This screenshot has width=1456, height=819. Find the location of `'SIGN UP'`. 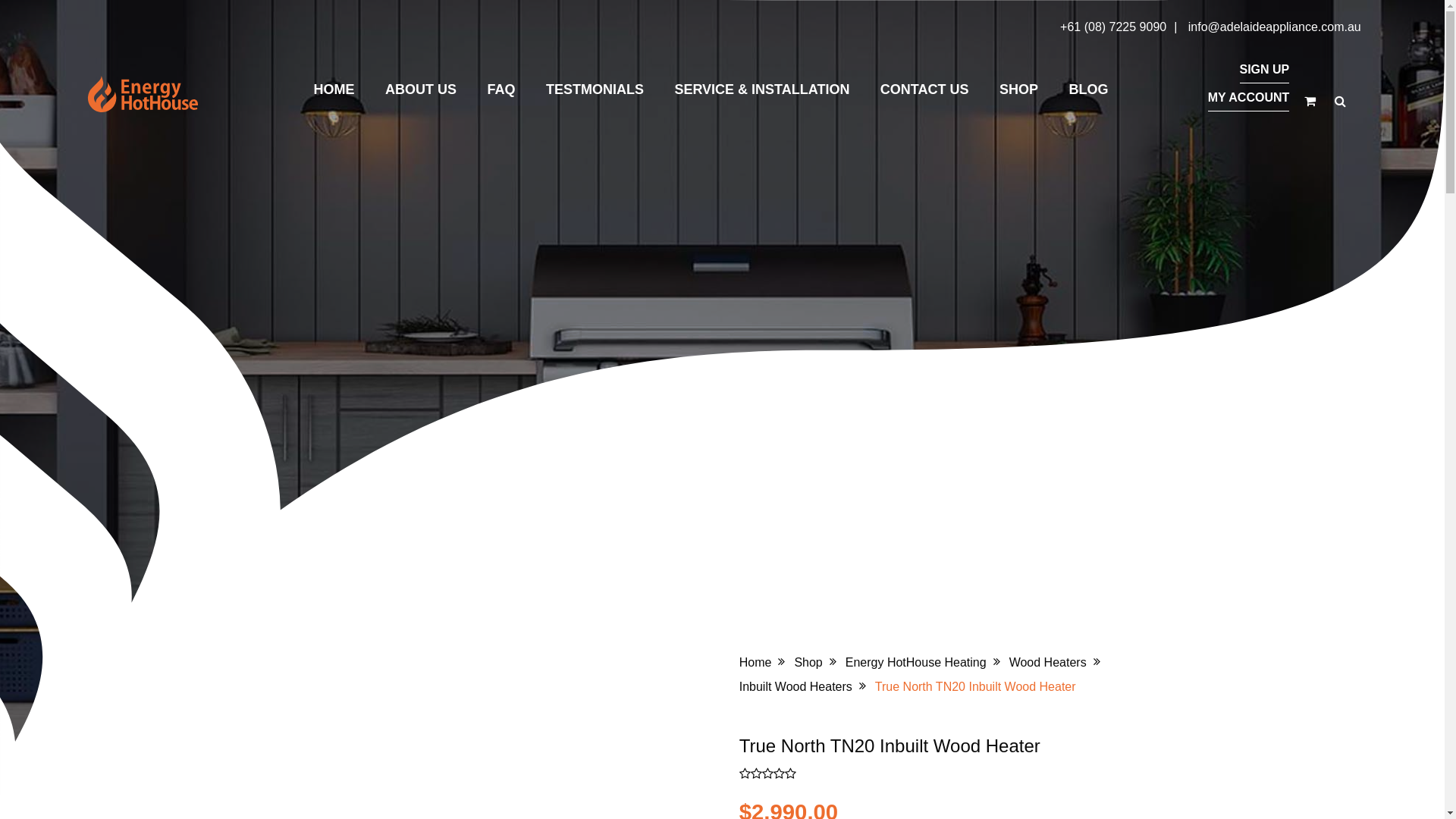

'SIGN UP' is located at coordinates (1263, 70).